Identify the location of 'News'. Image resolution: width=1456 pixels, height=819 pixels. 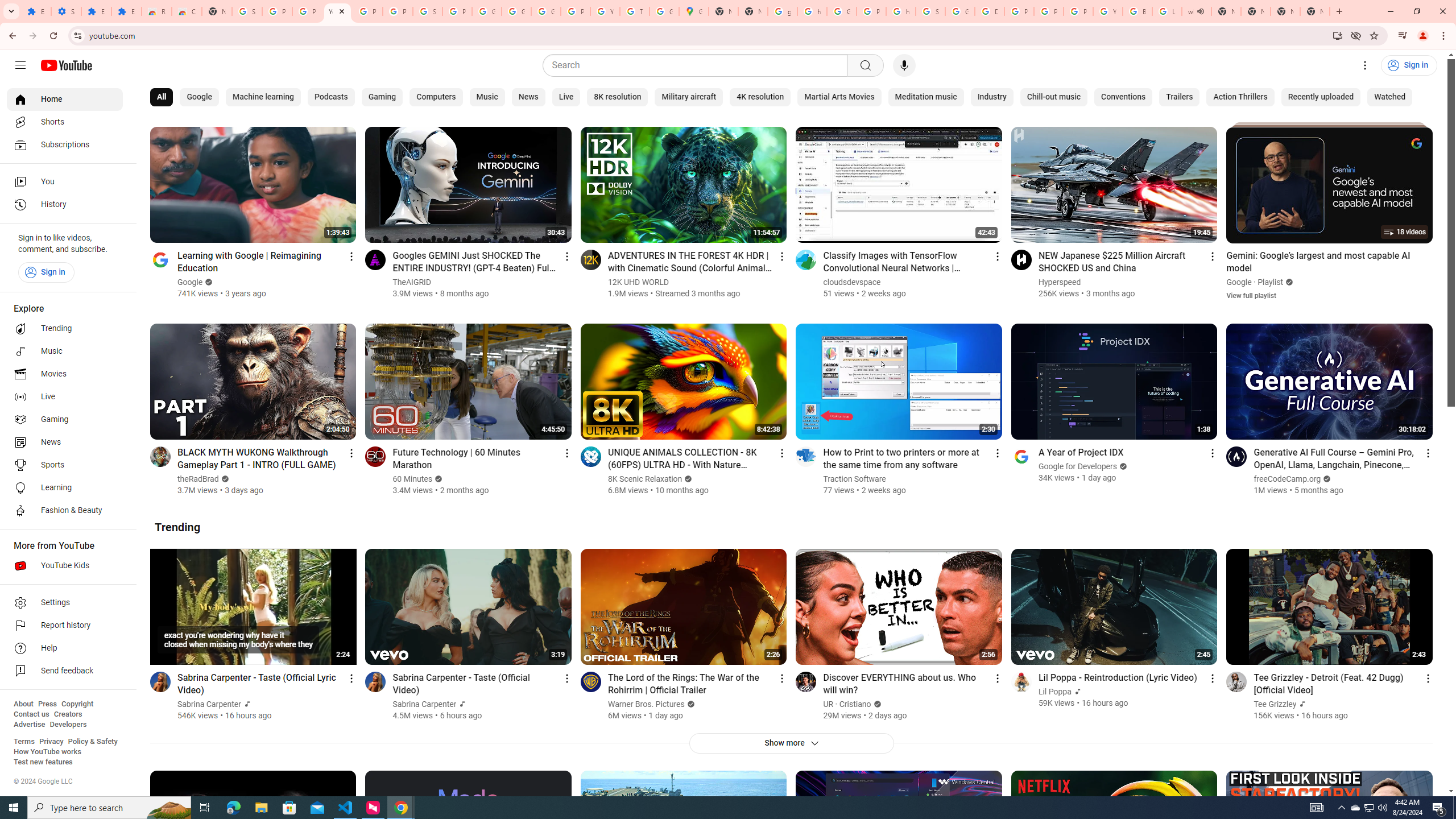
(528, 97).